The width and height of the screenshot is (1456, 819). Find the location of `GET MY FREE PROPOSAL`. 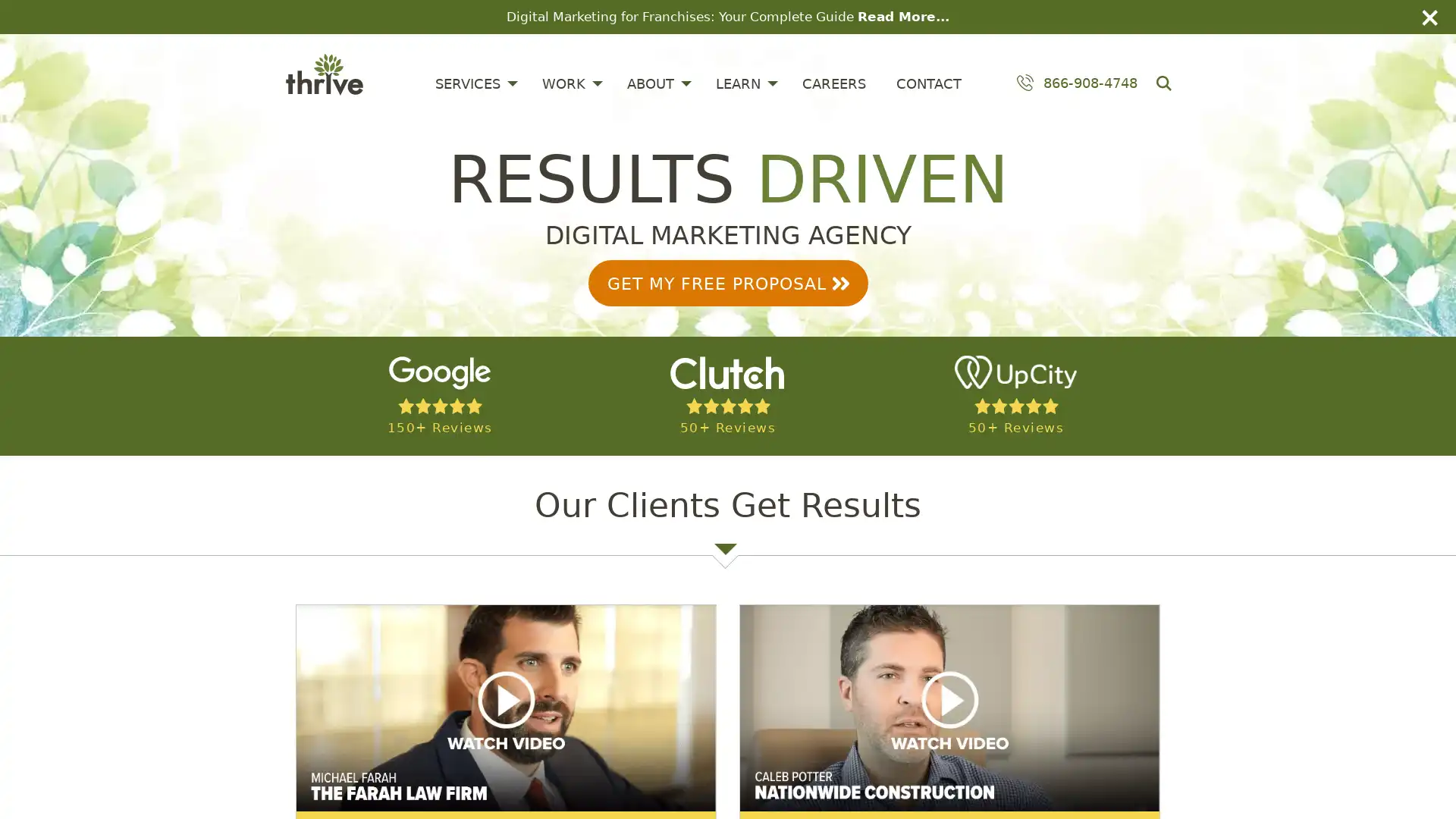

GET MY FREE PROPOSAL is located at coordinates (726, 283).